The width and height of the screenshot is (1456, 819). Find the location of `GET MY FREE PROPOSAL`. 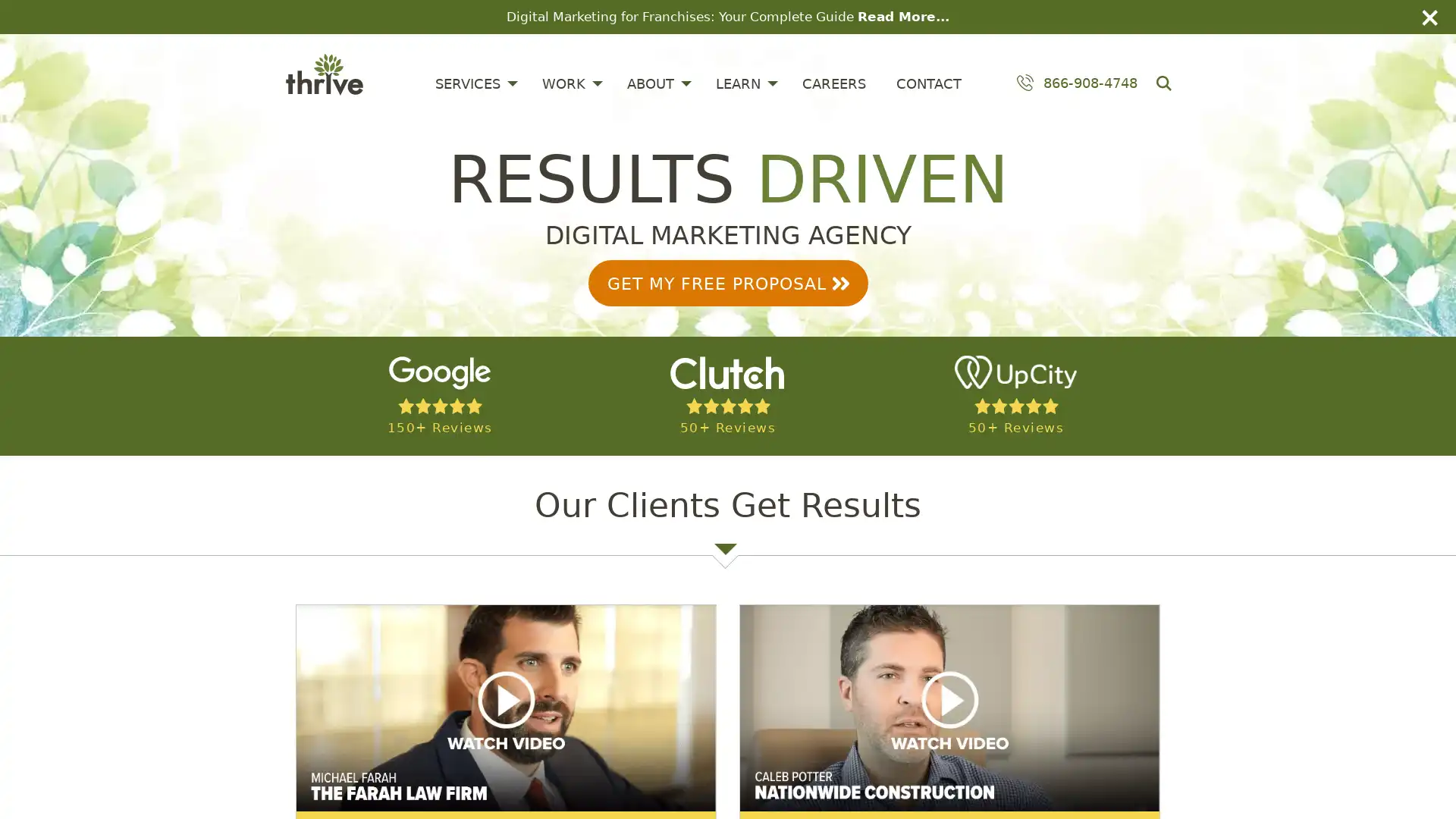

GET MY FREE PROPOSAL is located at coordinates (726, 283).